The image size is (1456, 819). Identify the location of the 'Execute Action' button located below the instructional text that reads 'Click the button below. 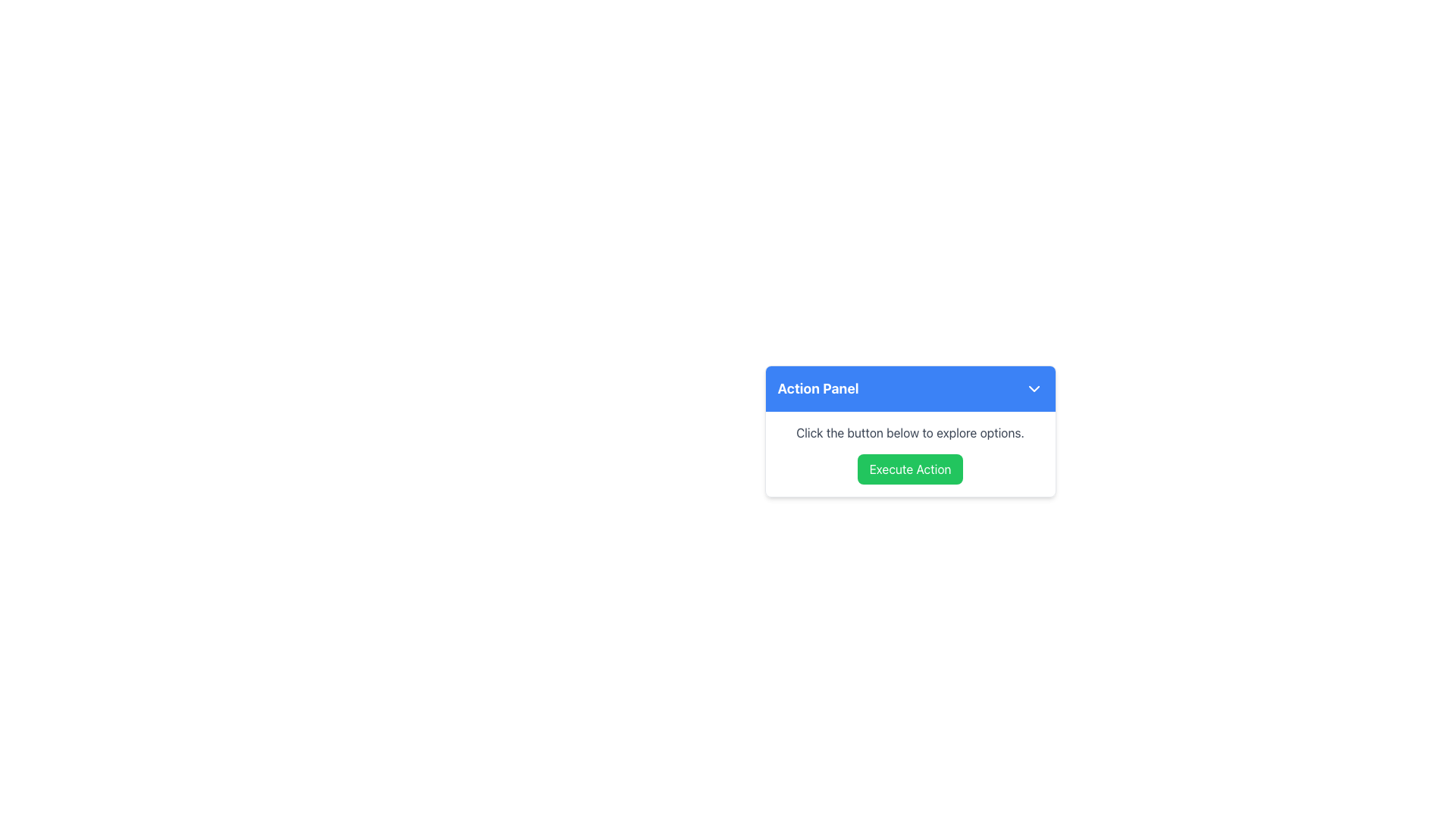
(910, 453).